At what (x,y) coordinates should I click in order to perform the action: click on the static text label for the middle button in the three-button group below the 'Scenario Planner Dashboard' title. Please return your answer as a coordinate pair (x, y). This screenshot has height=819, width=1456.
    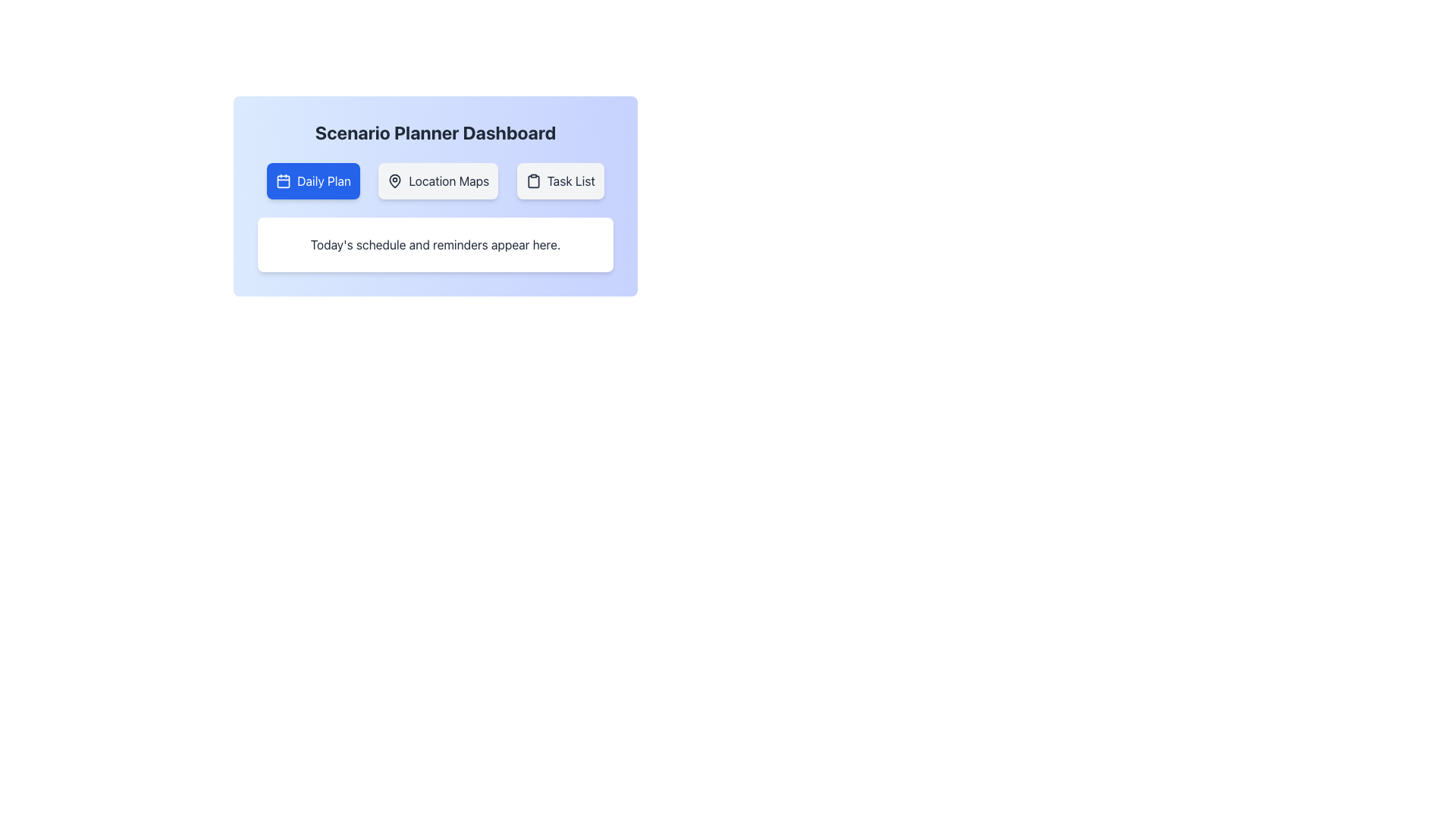
    Looking at the image, I should click on (448, 180).